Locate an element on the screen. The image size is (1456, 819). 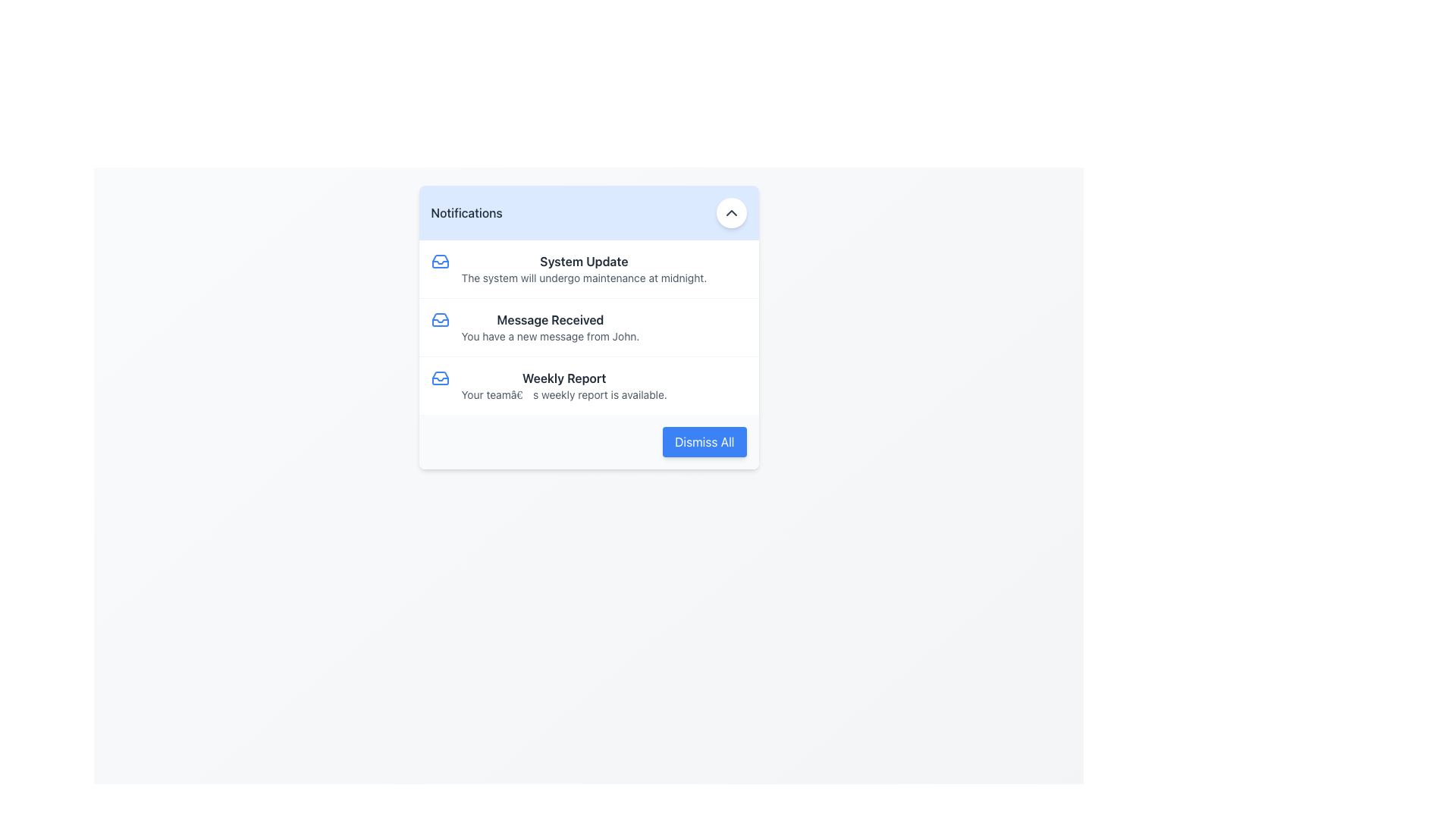
the SVG icon representing the inbox for the 'Weekly Report' notification, which is located in the third row of the notifications dialog box is located at coordinates (439, 377).